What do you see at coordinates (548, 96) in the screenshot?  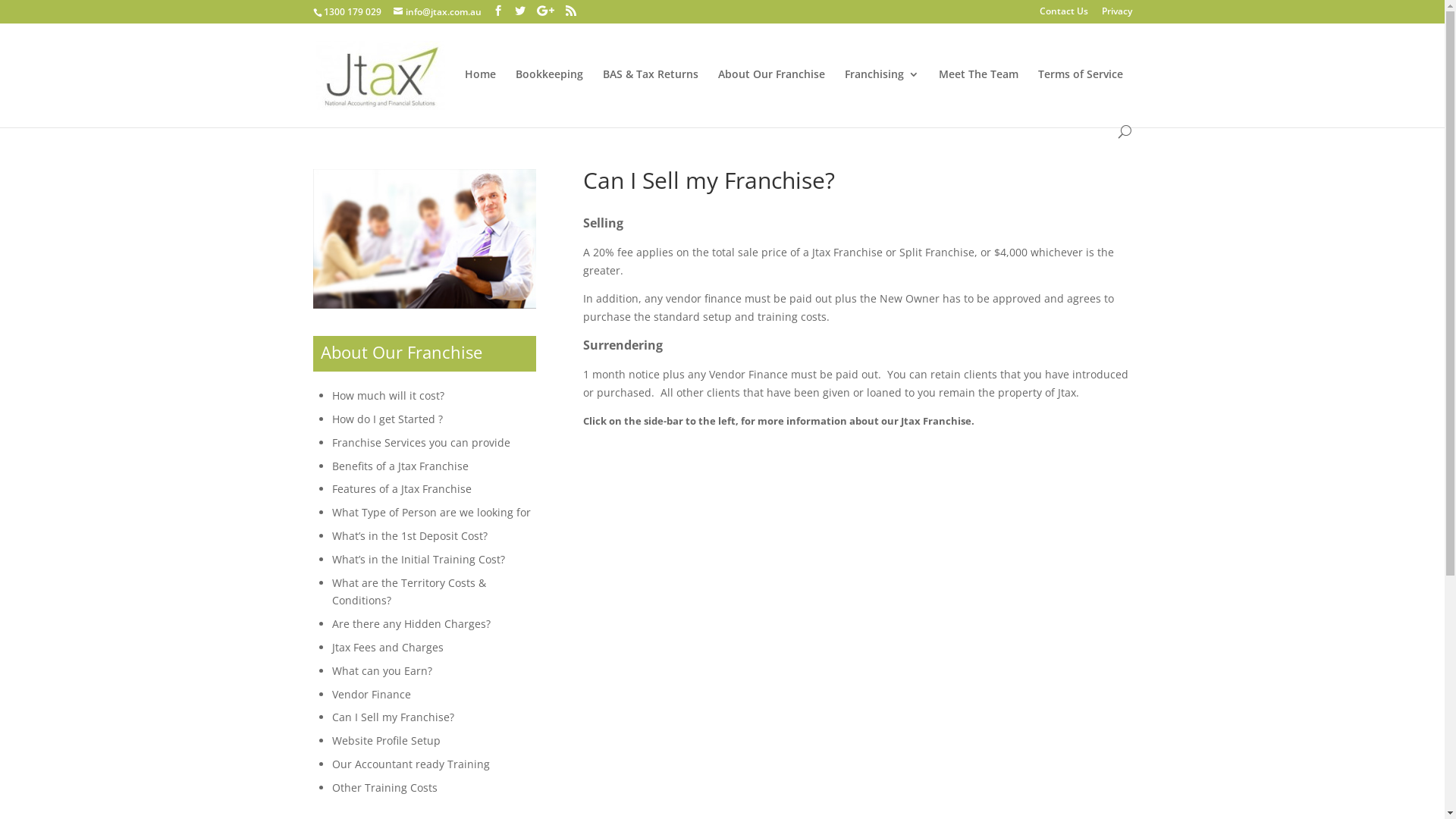 I see `'Bookkeeping'` at bounding box center [548, 96].